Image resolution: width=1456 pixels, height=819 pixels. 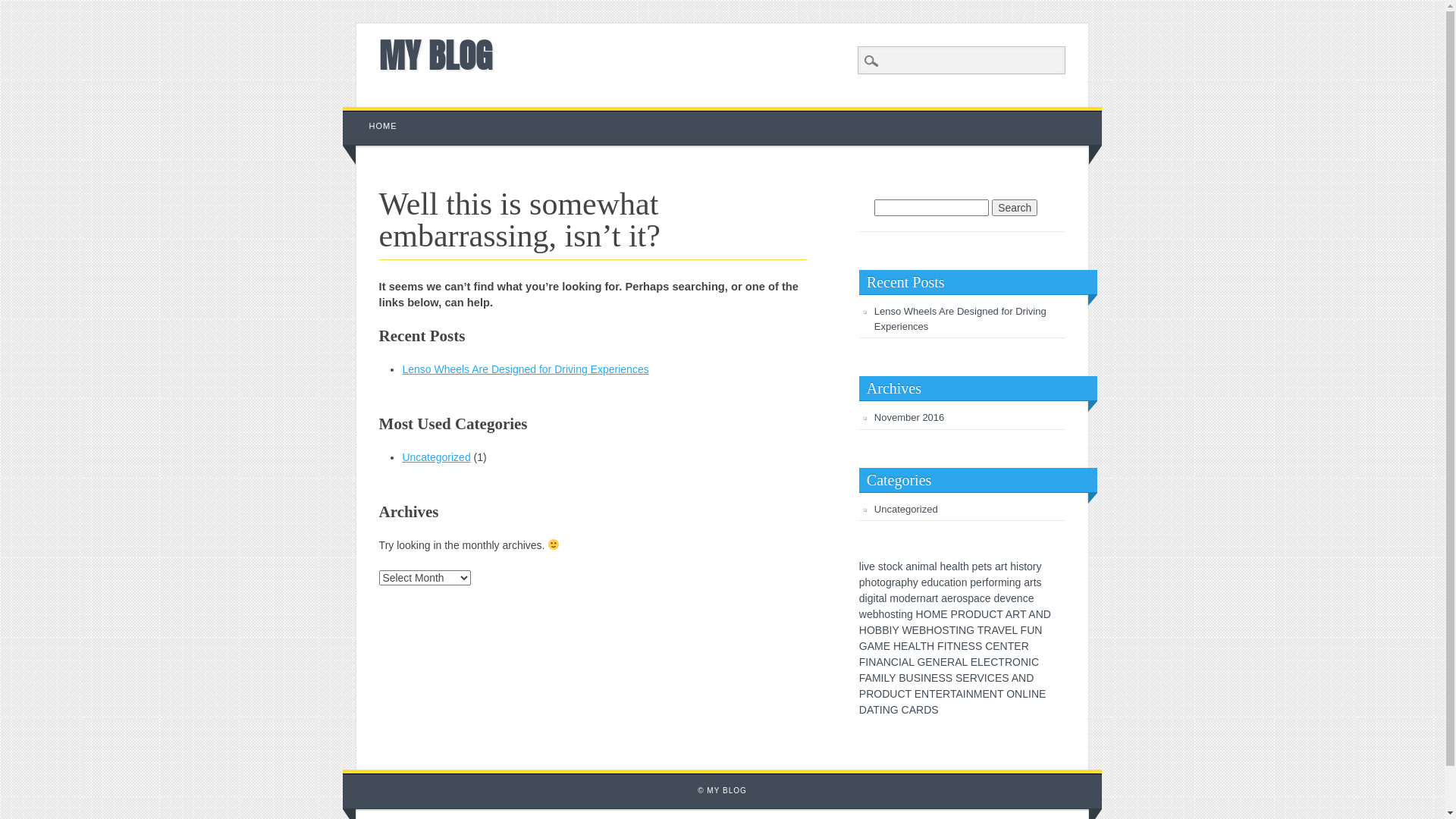 What do you see at coordinates (924, 661) in the screenshot?
I see `'E'` at bounding box center [924, 661].